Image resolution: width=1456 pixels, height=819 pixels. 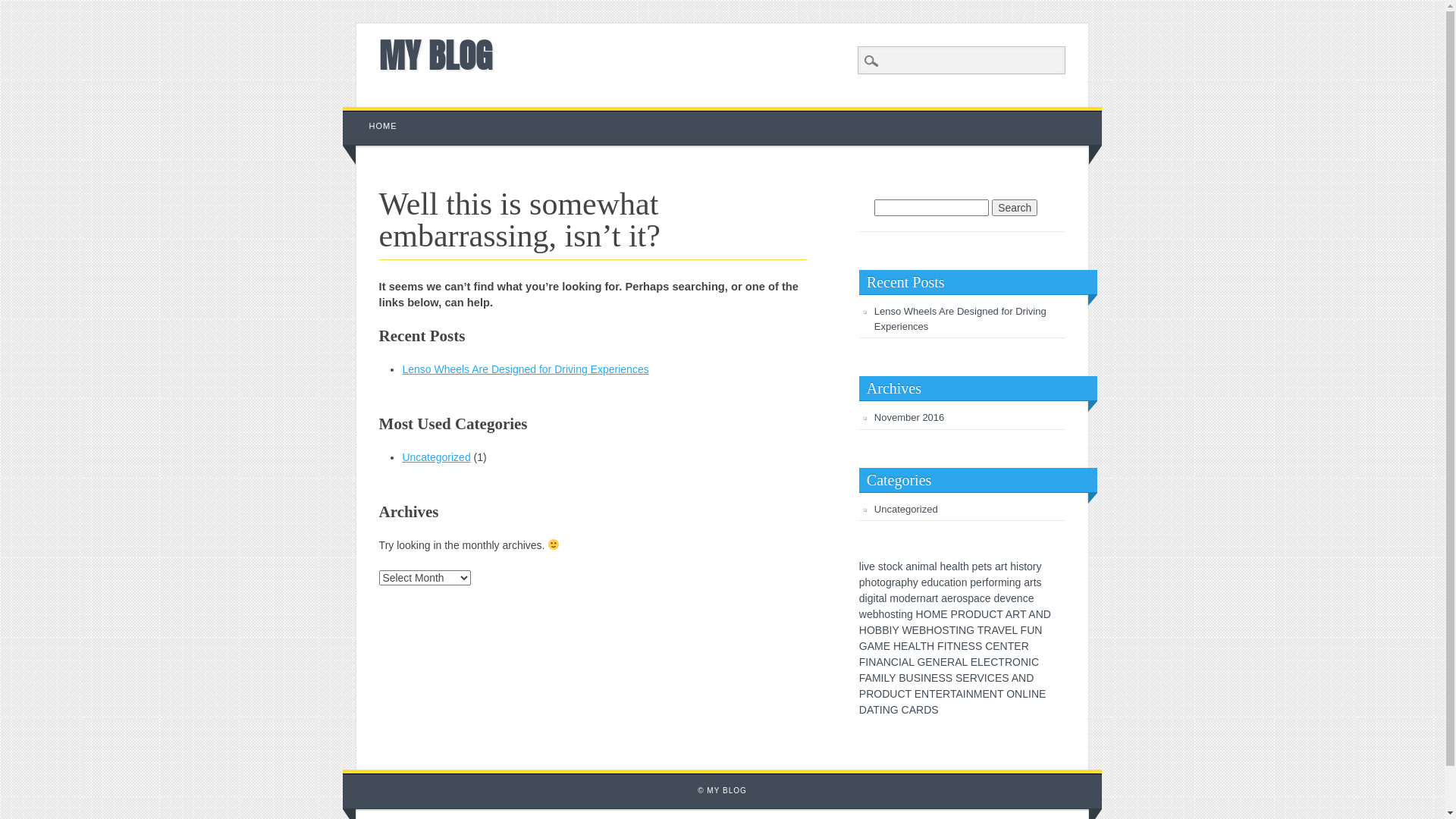 What do you see at coordinates (924, 661) in the screenshot?
I see `'E'` at bounding box center [924, 661].